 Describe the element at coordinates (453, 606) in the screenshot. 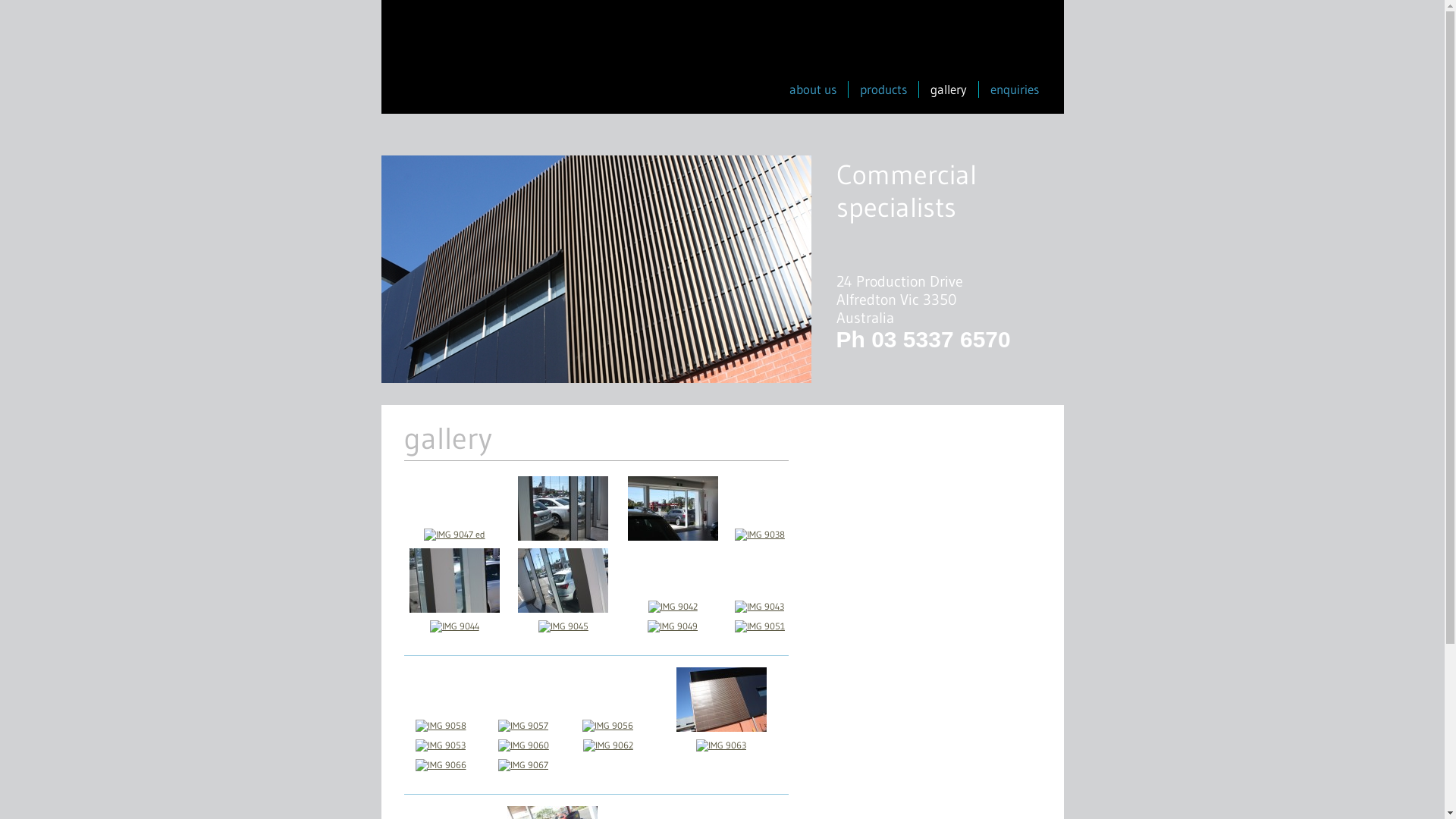

I see `'IMG 9039'` at that location.